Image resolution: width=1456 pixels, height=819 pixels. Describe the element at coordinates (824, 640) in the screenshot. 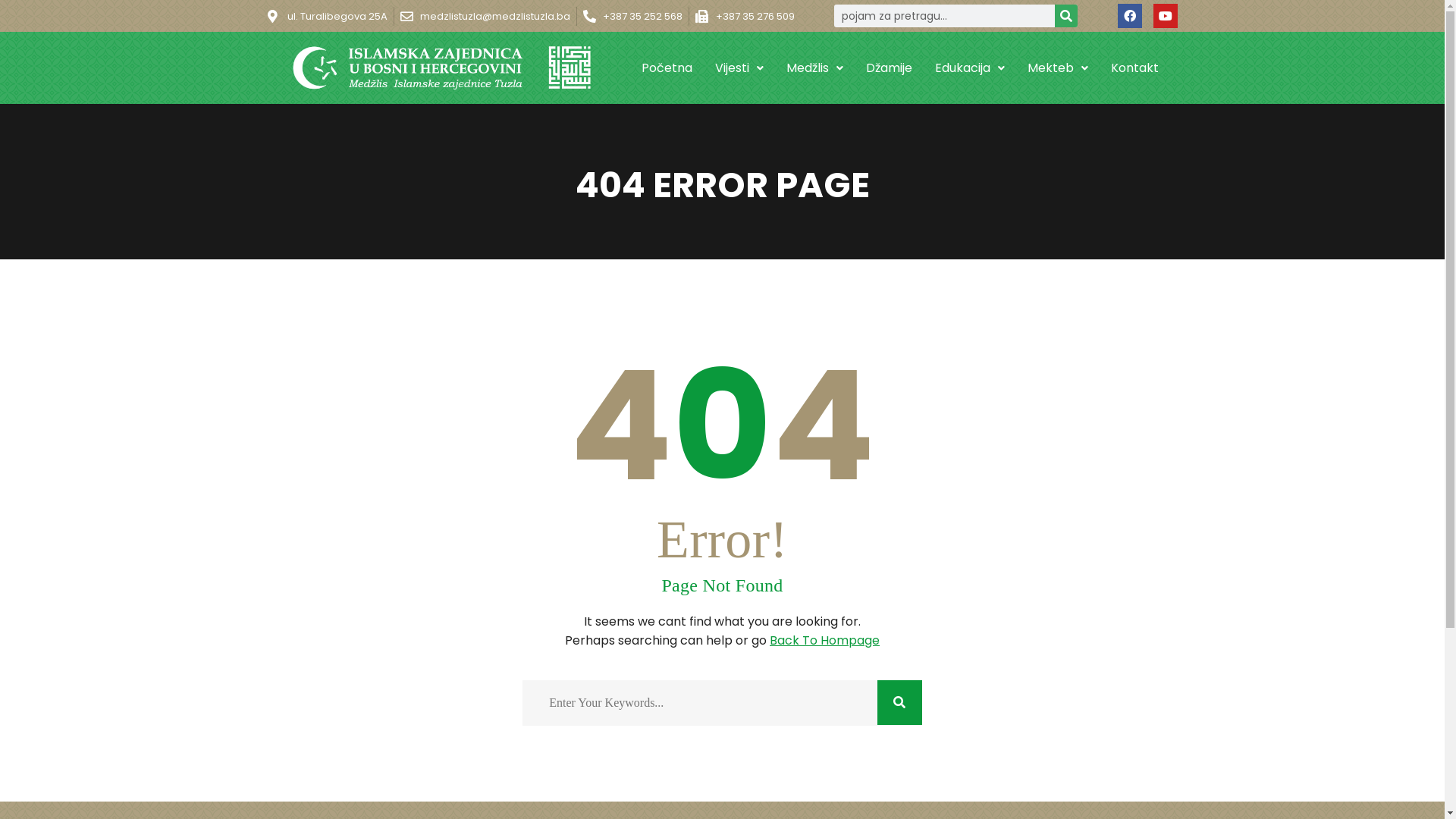

I see `'Back To Hompage'` at that location.